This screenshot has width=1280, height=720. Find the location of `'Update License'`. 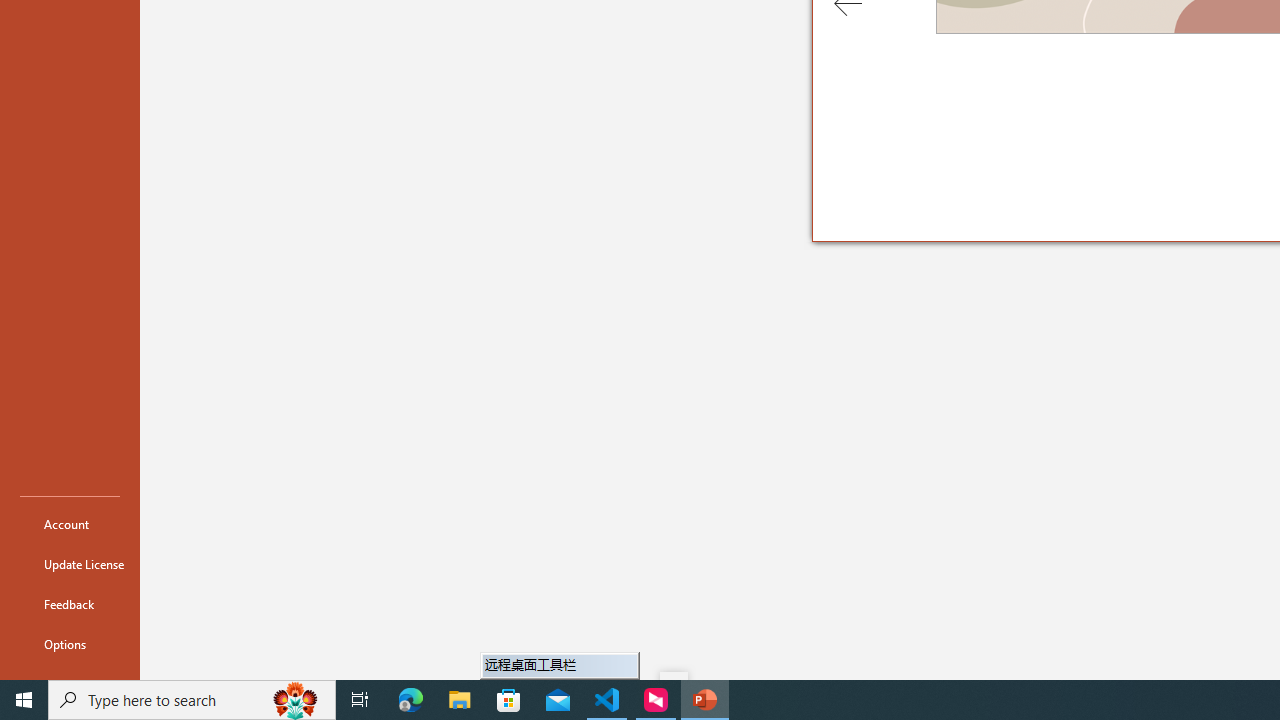

'Update License' is located at coordinates (69, 564).